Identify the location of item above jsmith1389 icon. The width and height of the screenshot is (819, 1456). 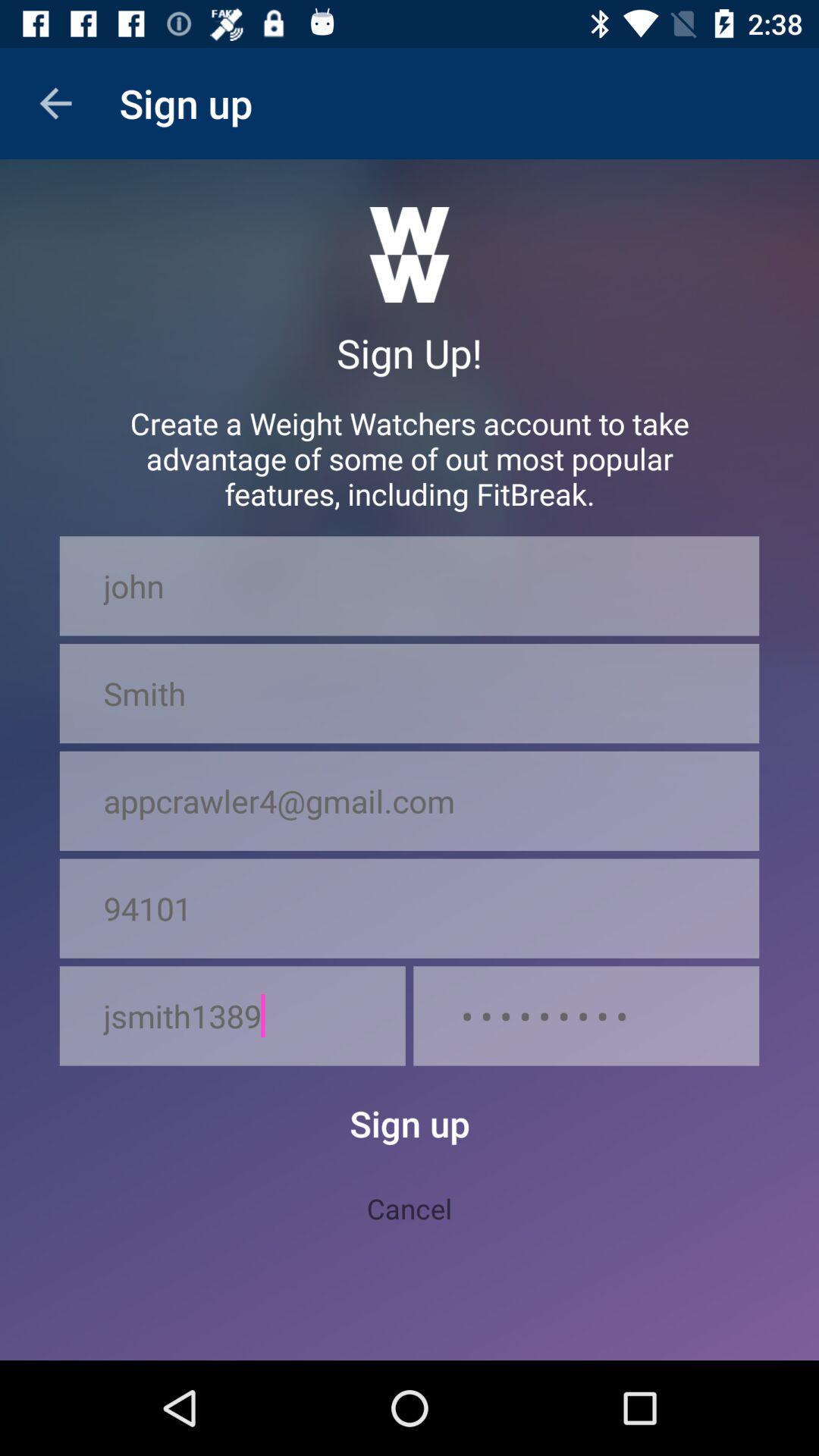
(409, 908).